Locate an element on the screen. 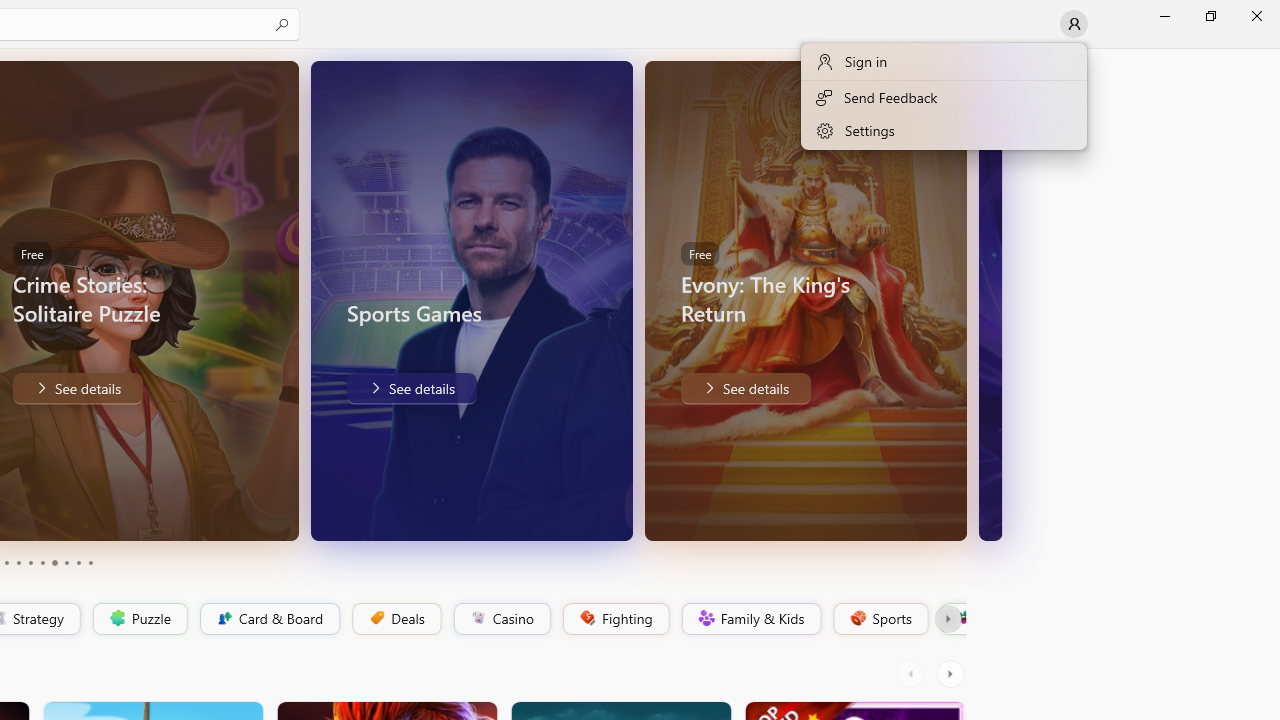 The image size is (1280, 720). 'Sports' is located at coordinates (879, 618).